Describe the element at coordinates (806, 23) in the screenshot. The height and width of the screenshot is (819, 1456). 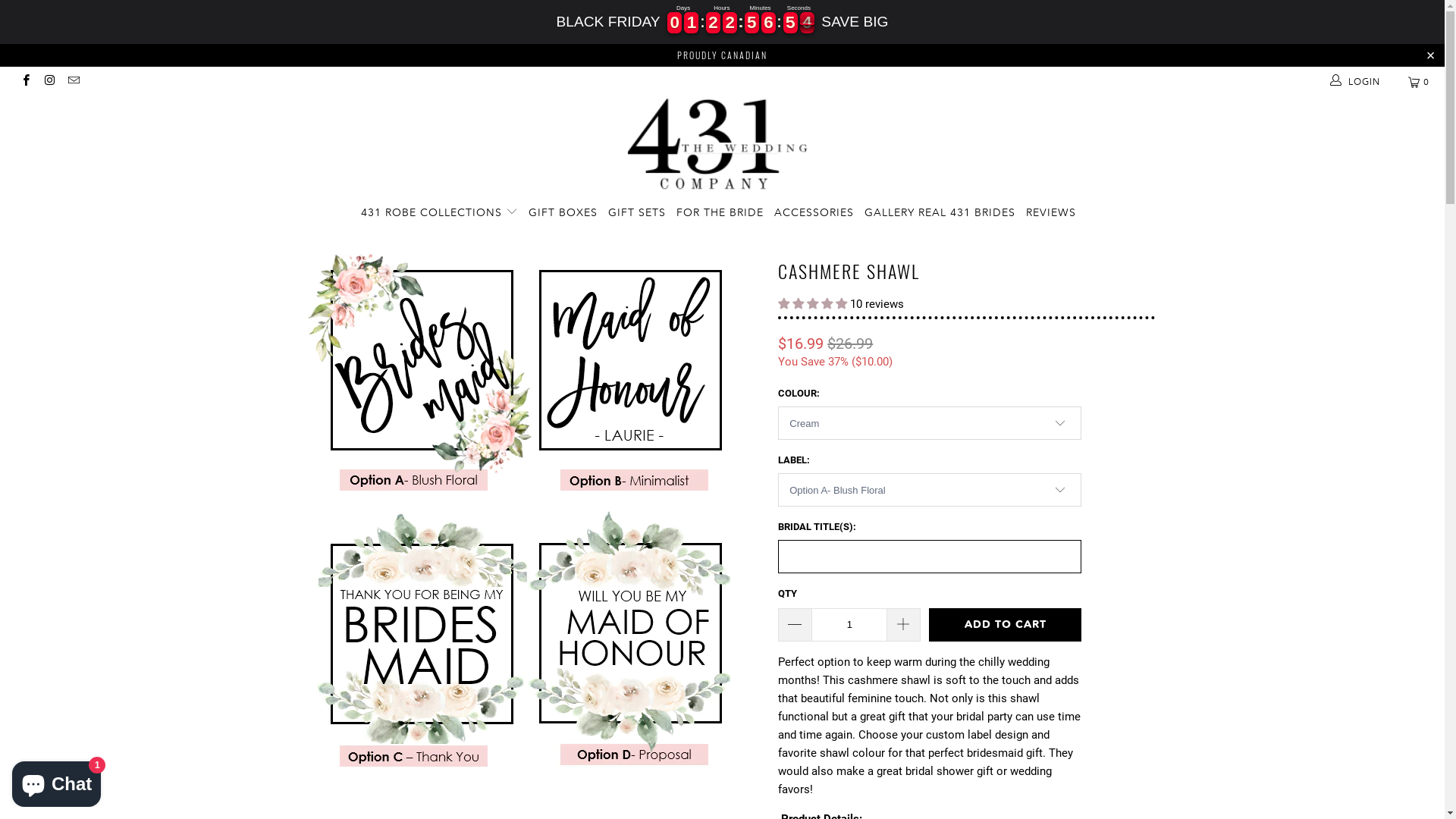
I see `'8` at that location.